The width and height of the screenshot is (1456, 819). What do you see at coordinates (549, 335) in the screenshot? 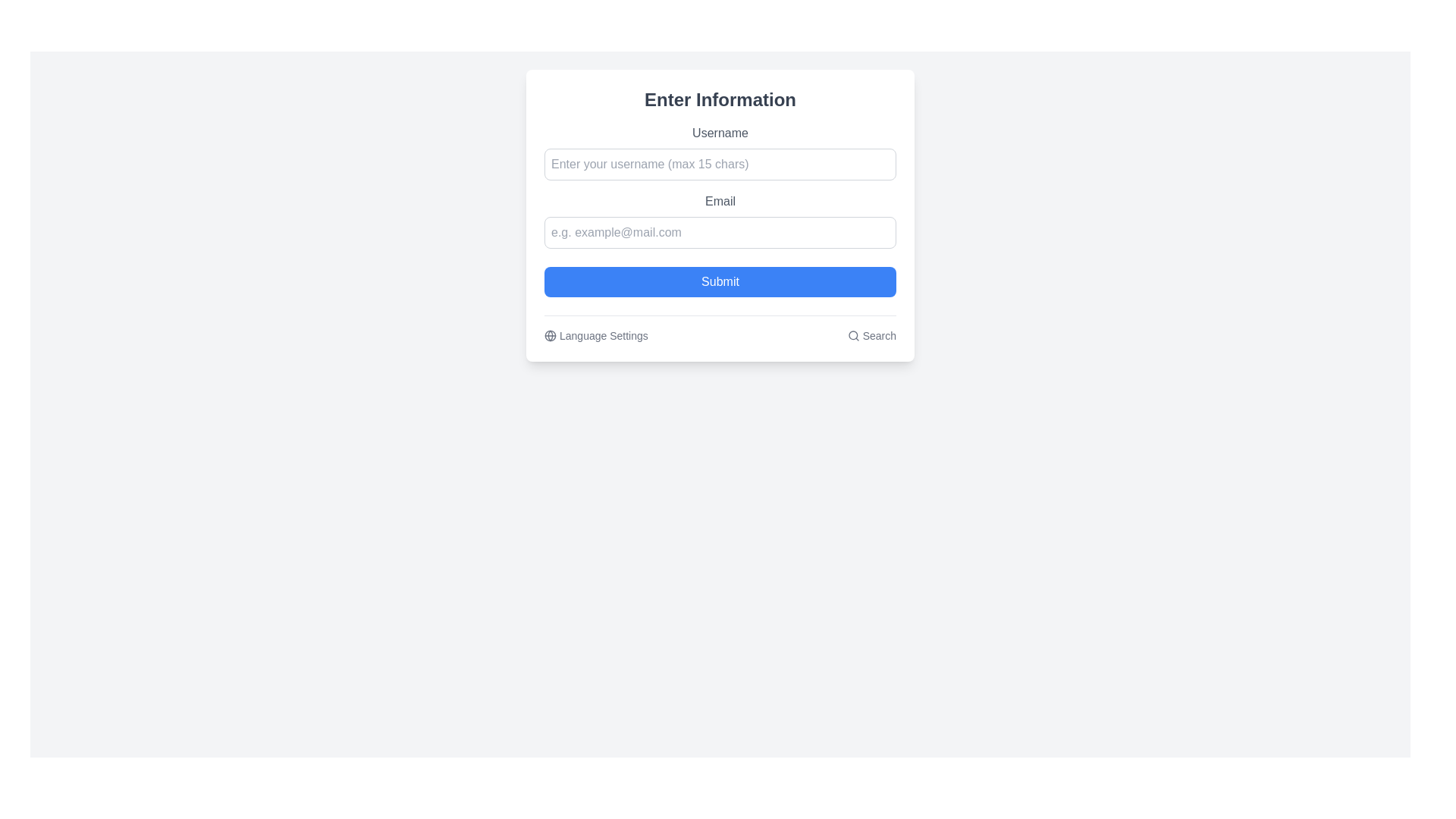
I see `the curved line component of the globe icon located at the bottom left corner of the 'Enter Information' form card` at bounding box center [549, 335].